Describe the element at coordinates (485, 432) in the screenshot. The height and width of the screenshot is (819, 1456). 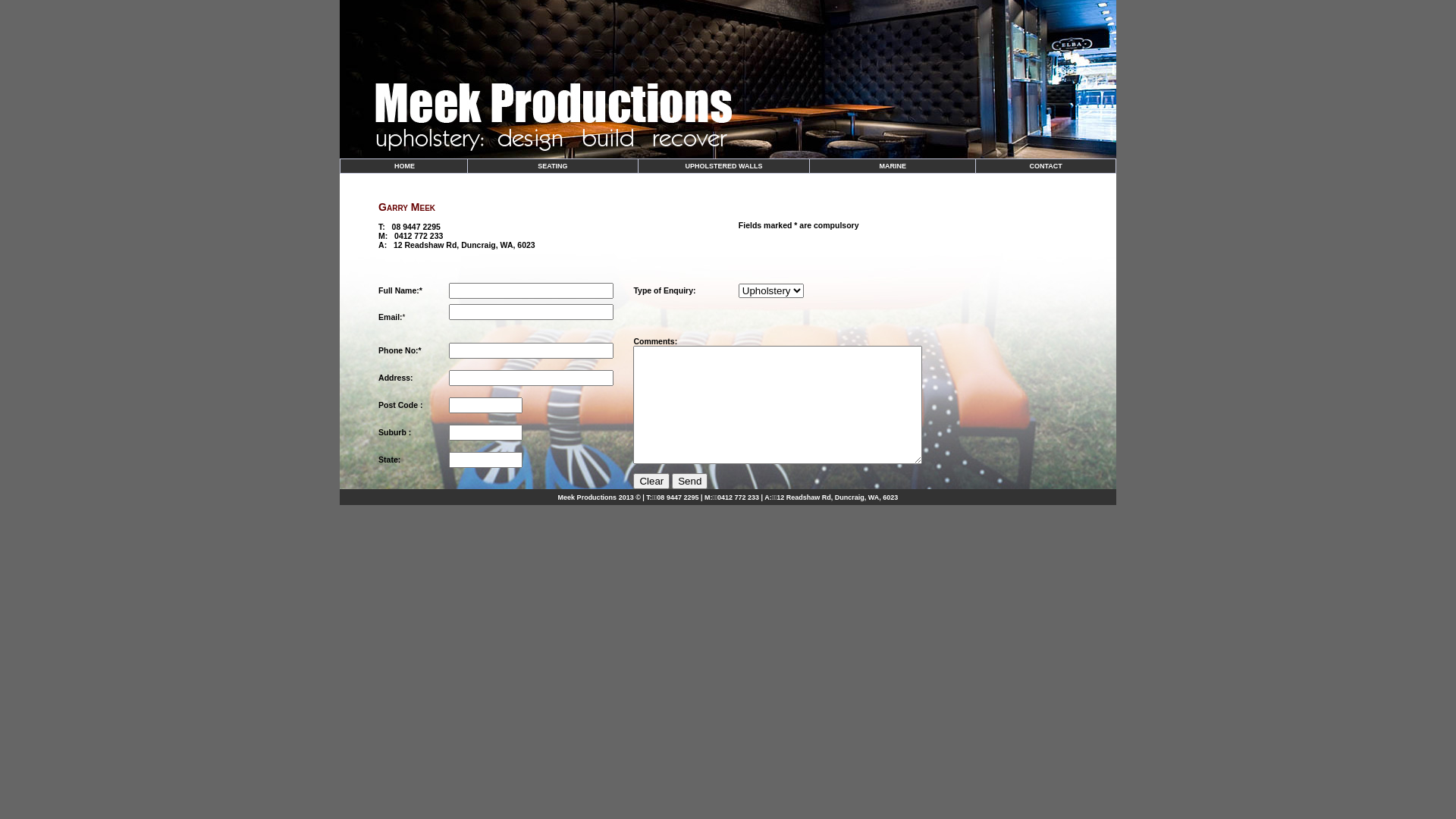
I see `'Enter your Postcode'` at that location.